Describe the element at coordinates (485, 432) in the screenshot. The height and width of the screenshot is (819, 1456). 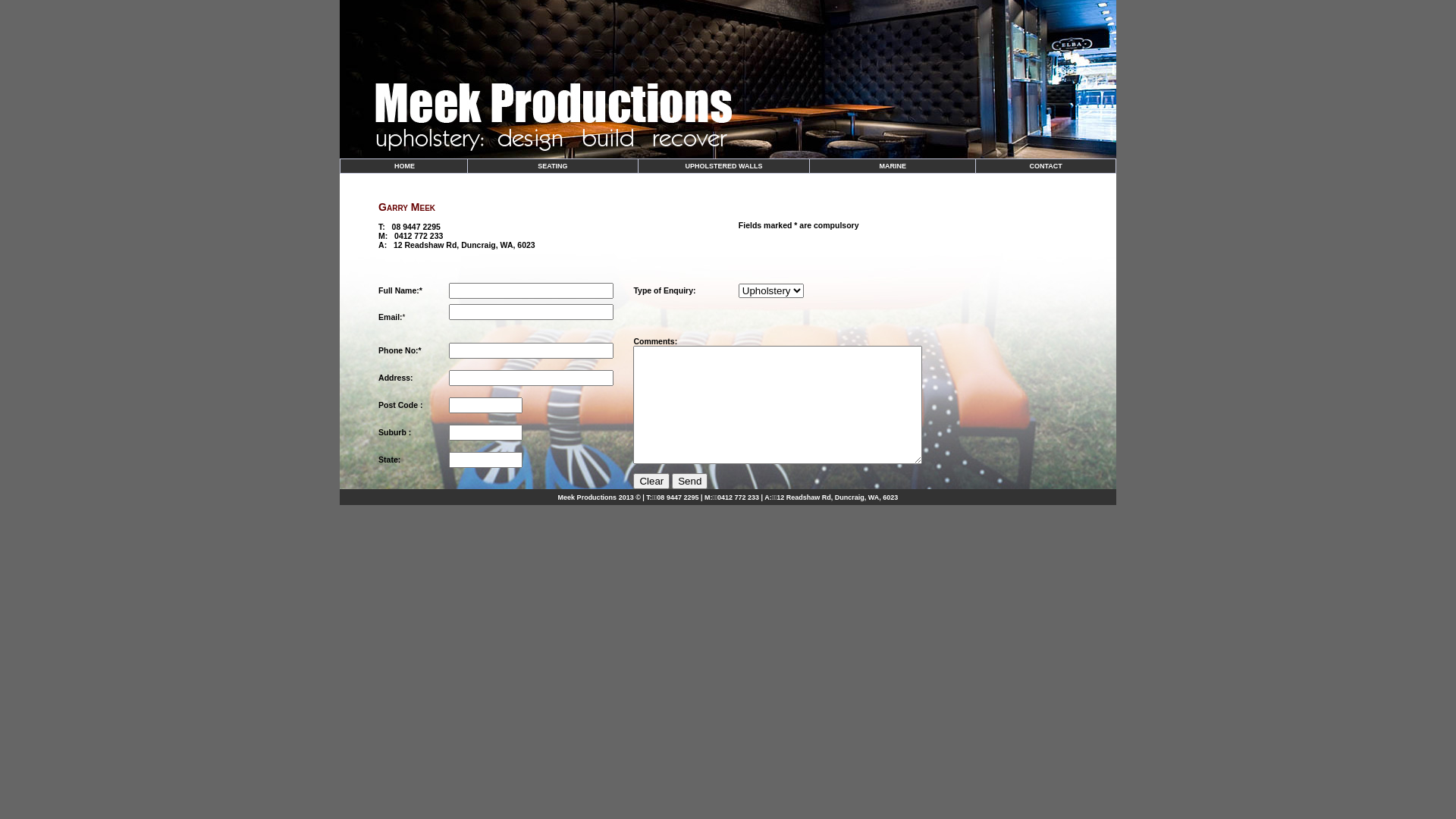
I see `'Enter your Postcode'` at that location.